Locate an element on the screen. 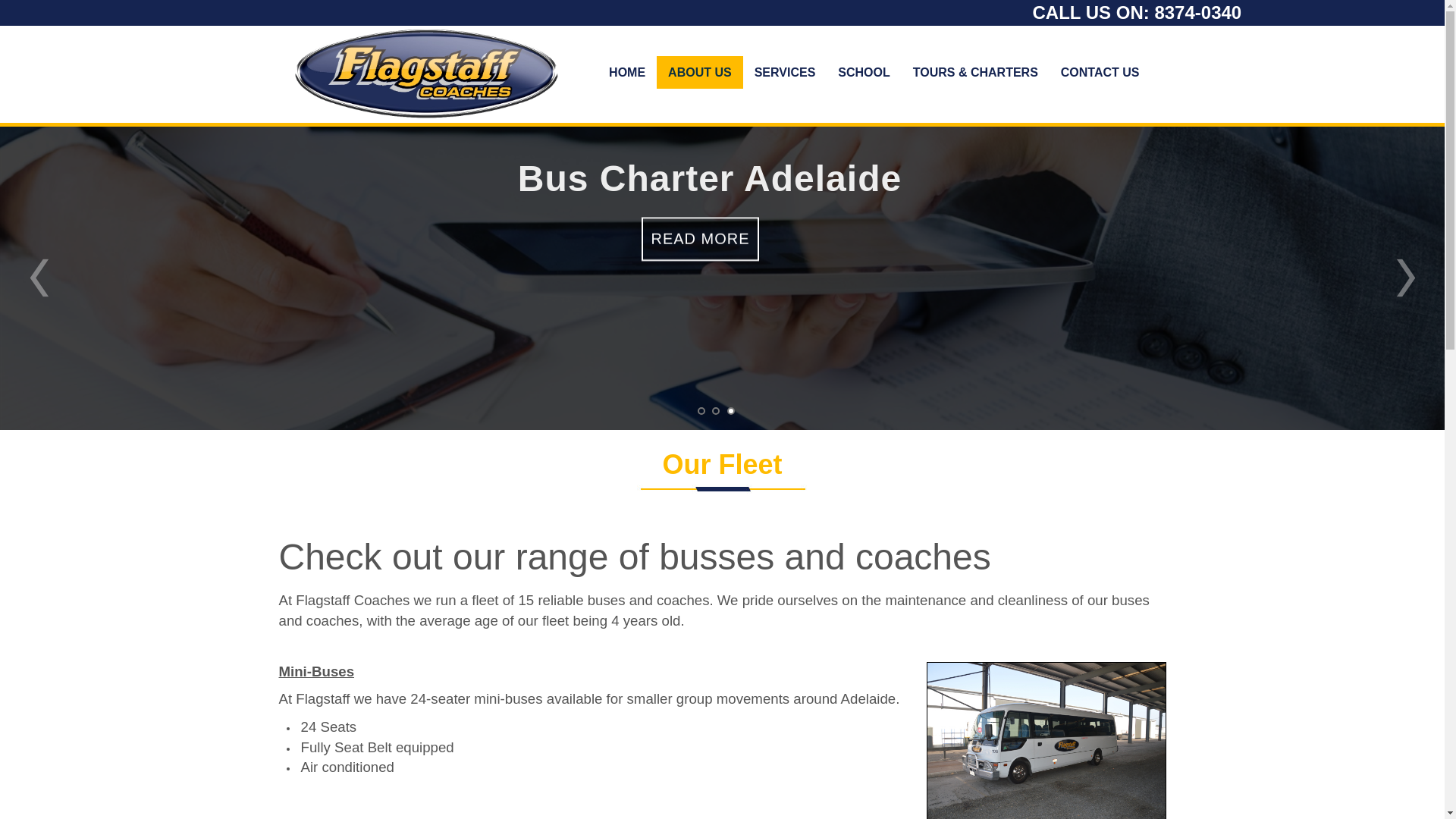 This screenshot has height=819, width=1456. 'SERVICES' is located at coordinates (785, 72).